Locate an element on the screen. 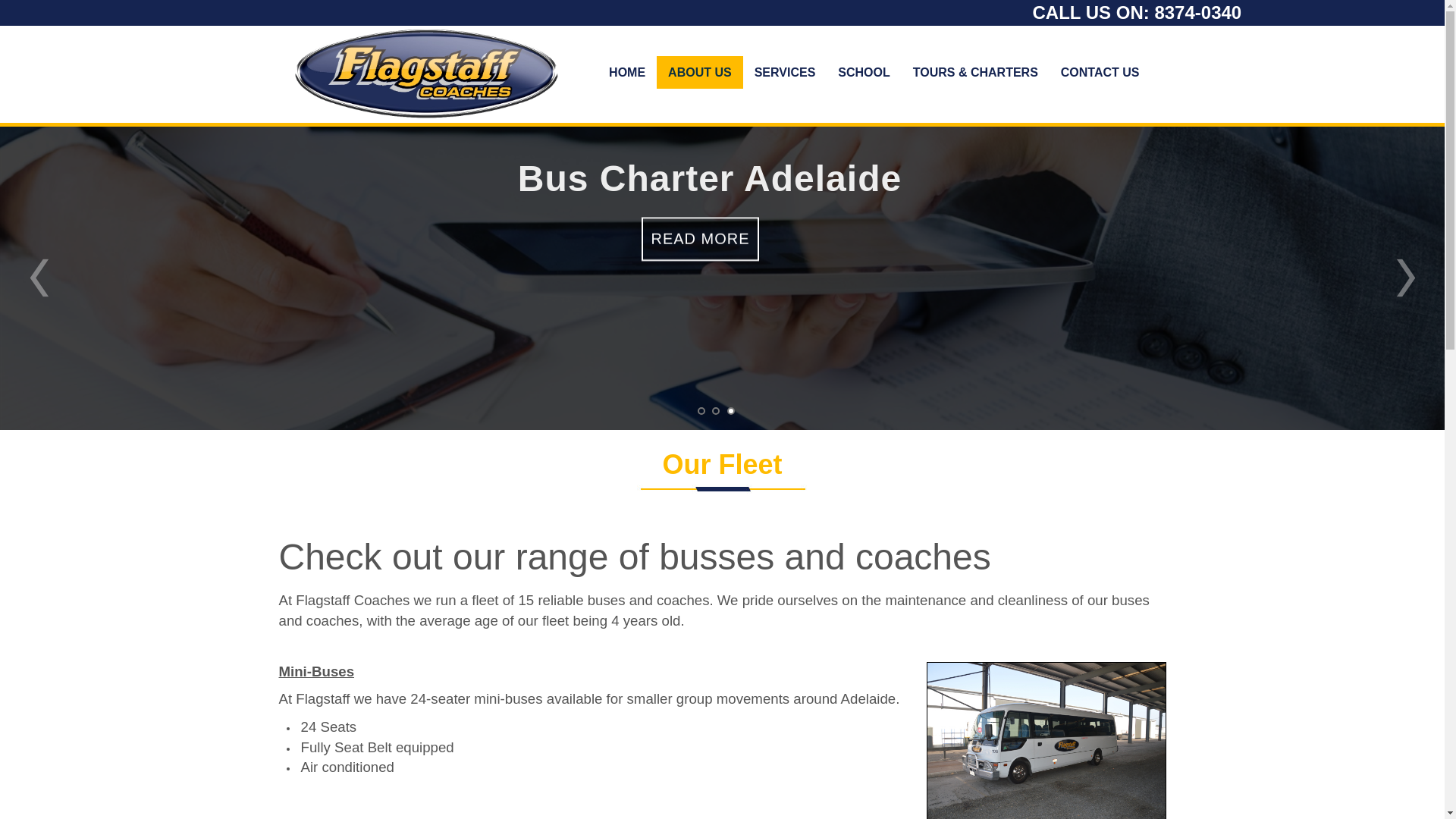 This screenshot has height=819, width=1456. 'SERVICES' is located at coordinates (785, 72).